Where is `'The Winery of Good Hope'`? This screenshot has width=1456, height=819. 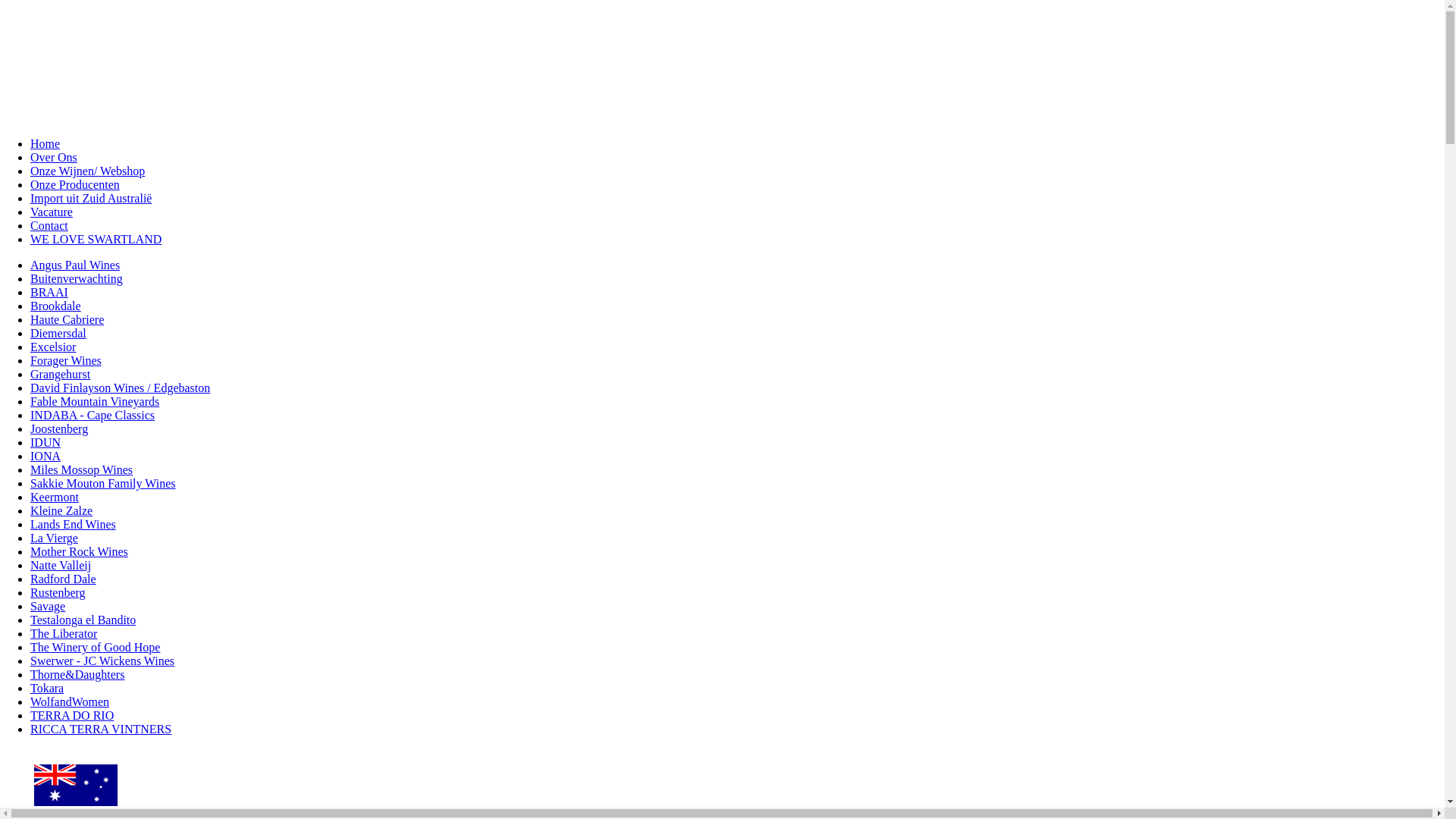
'The Winery of Good Hope' is located at coordinates (30, 647).